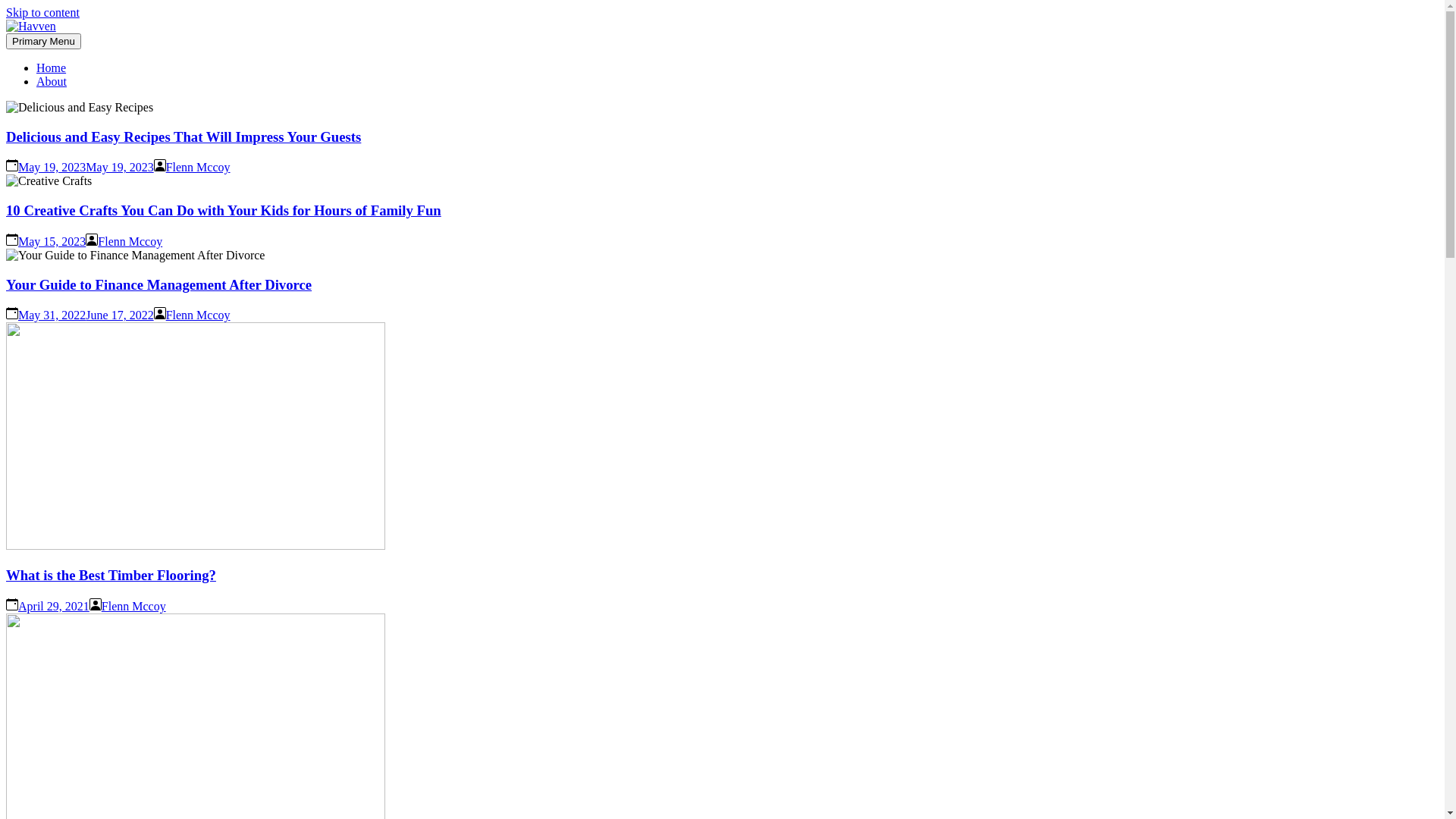 This screenshot has width=1456, height=819. What do you see at coordinates (43, 40) in the screenshot?
I see `'Primary Menu'` at bounding box center [43, 40].